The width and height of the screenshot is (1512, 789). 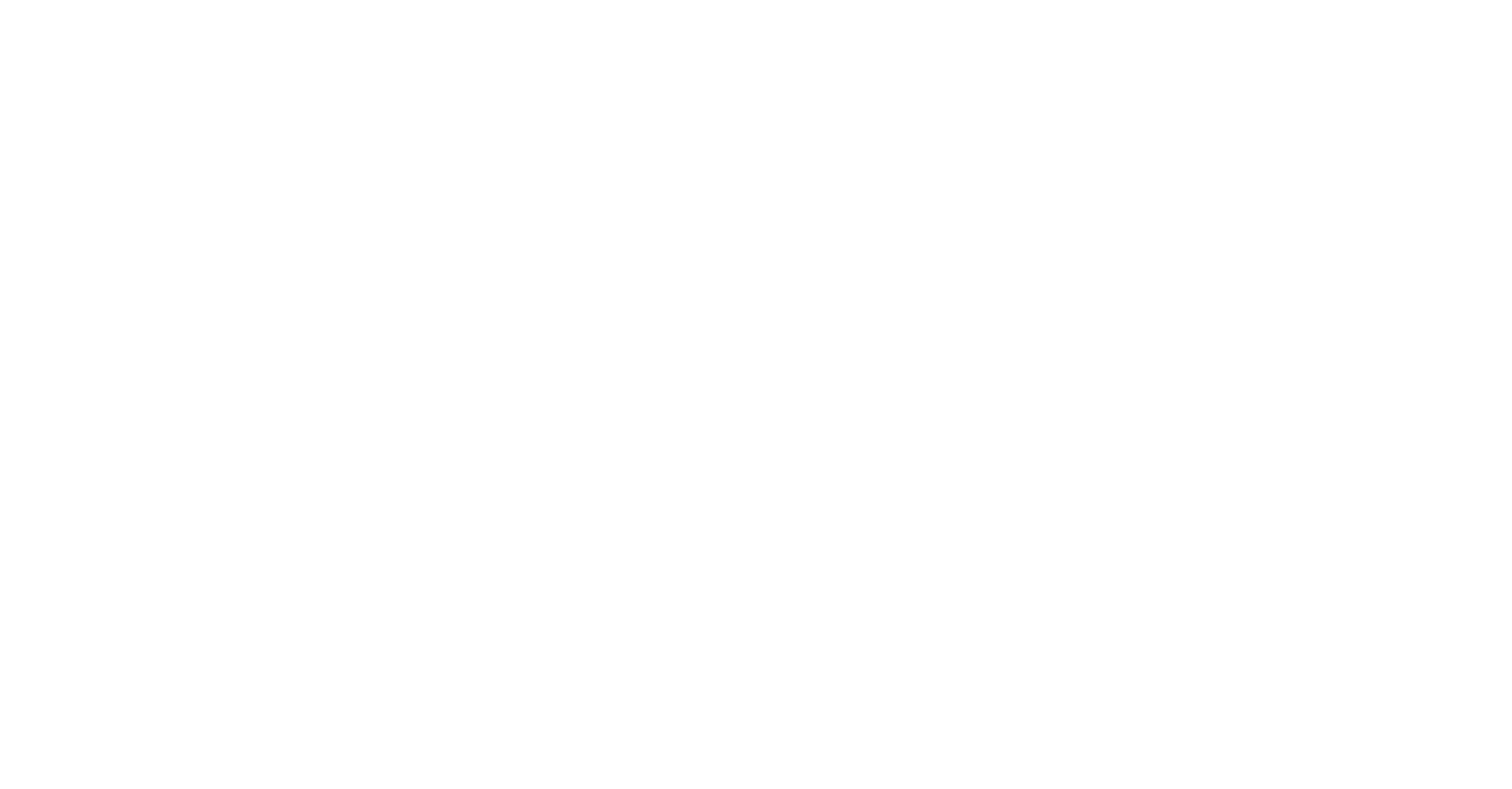 I want to click on 'die Innovationskultur in Wirtschaft, Wissenschaft, Verwaltung und Gesellschaft zu stärken,', so click(x=286, y=611).